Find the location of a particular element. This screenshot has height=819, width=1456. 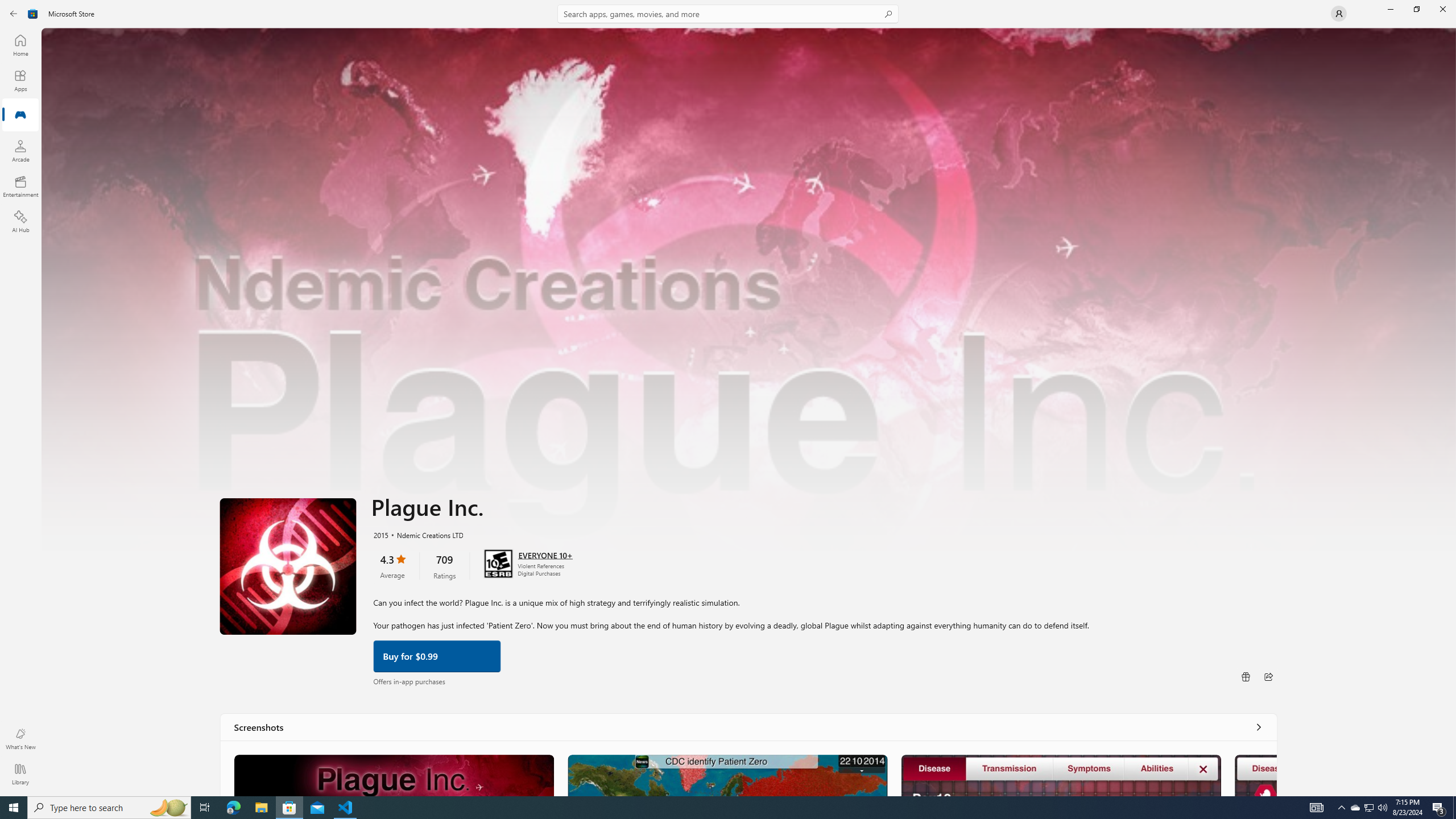

'Age rating: EVERYONE 10+. Click for more information.' is located at coordinates (544, 553).